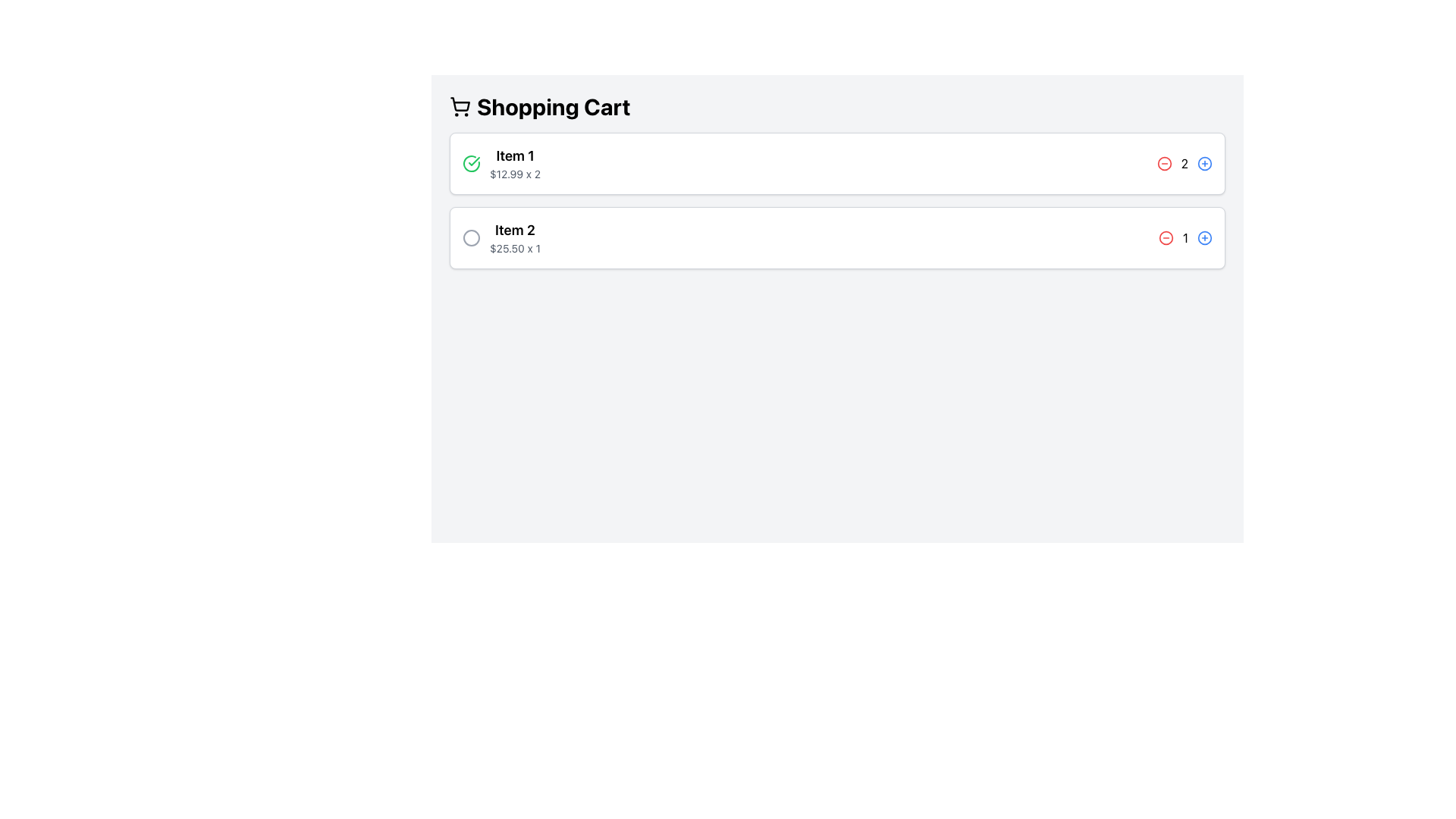  Describe the element at coordinates (515, 174) in the screenshot. I see `text element displaying '$12.99 x 2', which is styled in gray and positioned below the title 'Item 1' in the shopping cart list` at that location.